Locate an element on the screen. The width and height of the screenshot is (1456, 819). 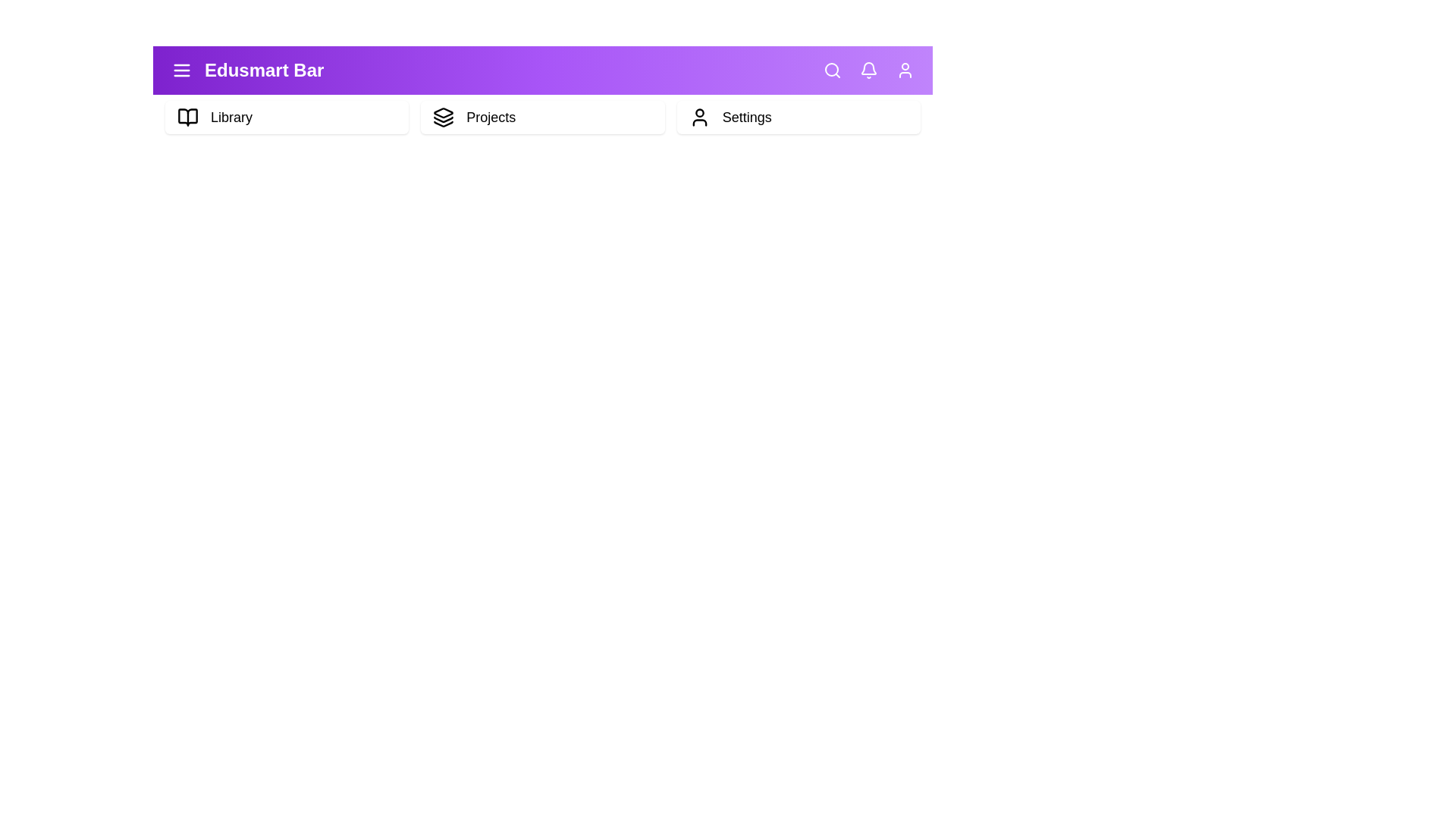
the 'Settings' button in the menu is located at coordinates (797, 116).